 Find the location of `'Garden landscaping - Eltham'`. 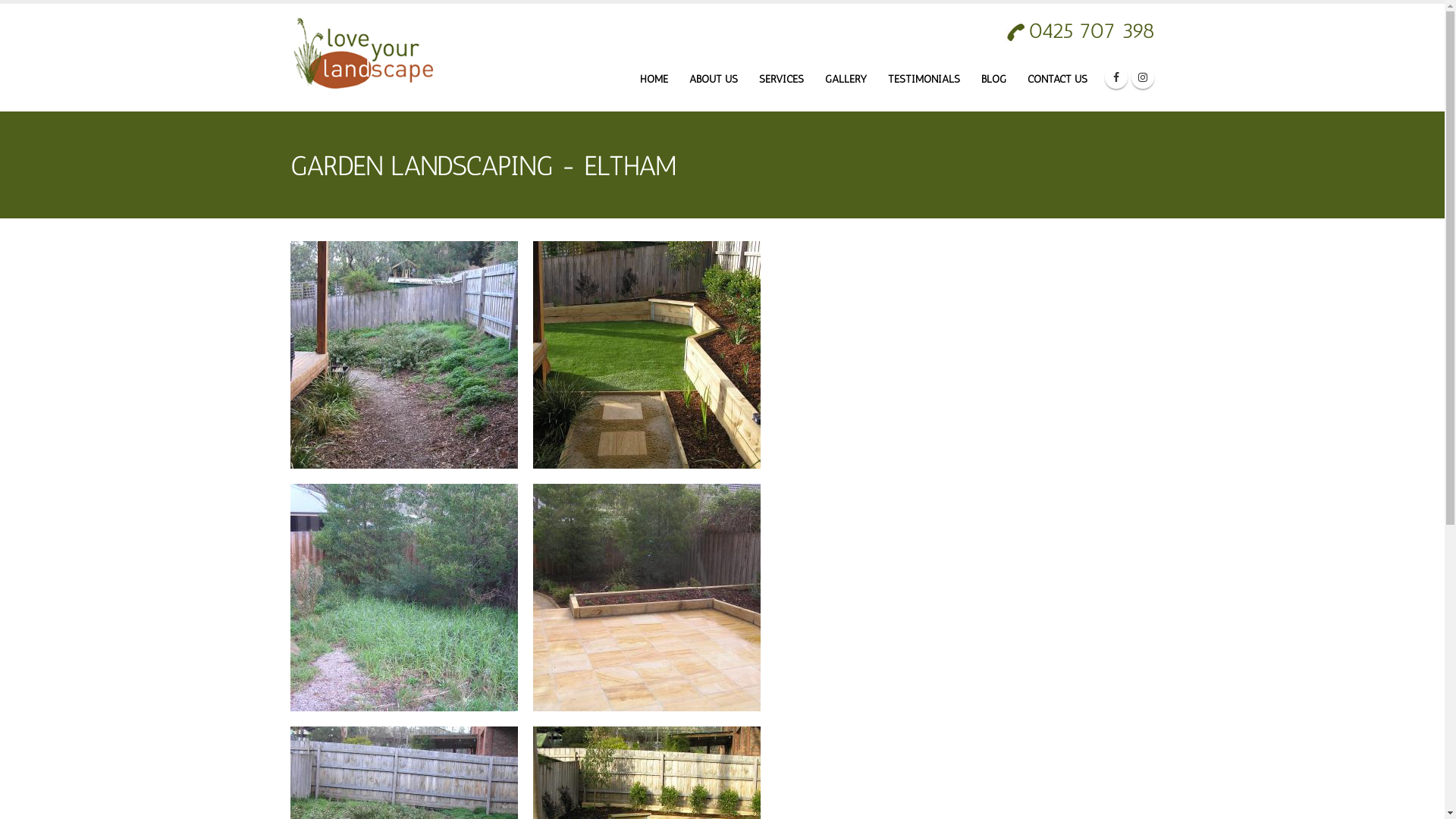

'Garden landscaping - Eltham' is located at coordinates (403, 353).